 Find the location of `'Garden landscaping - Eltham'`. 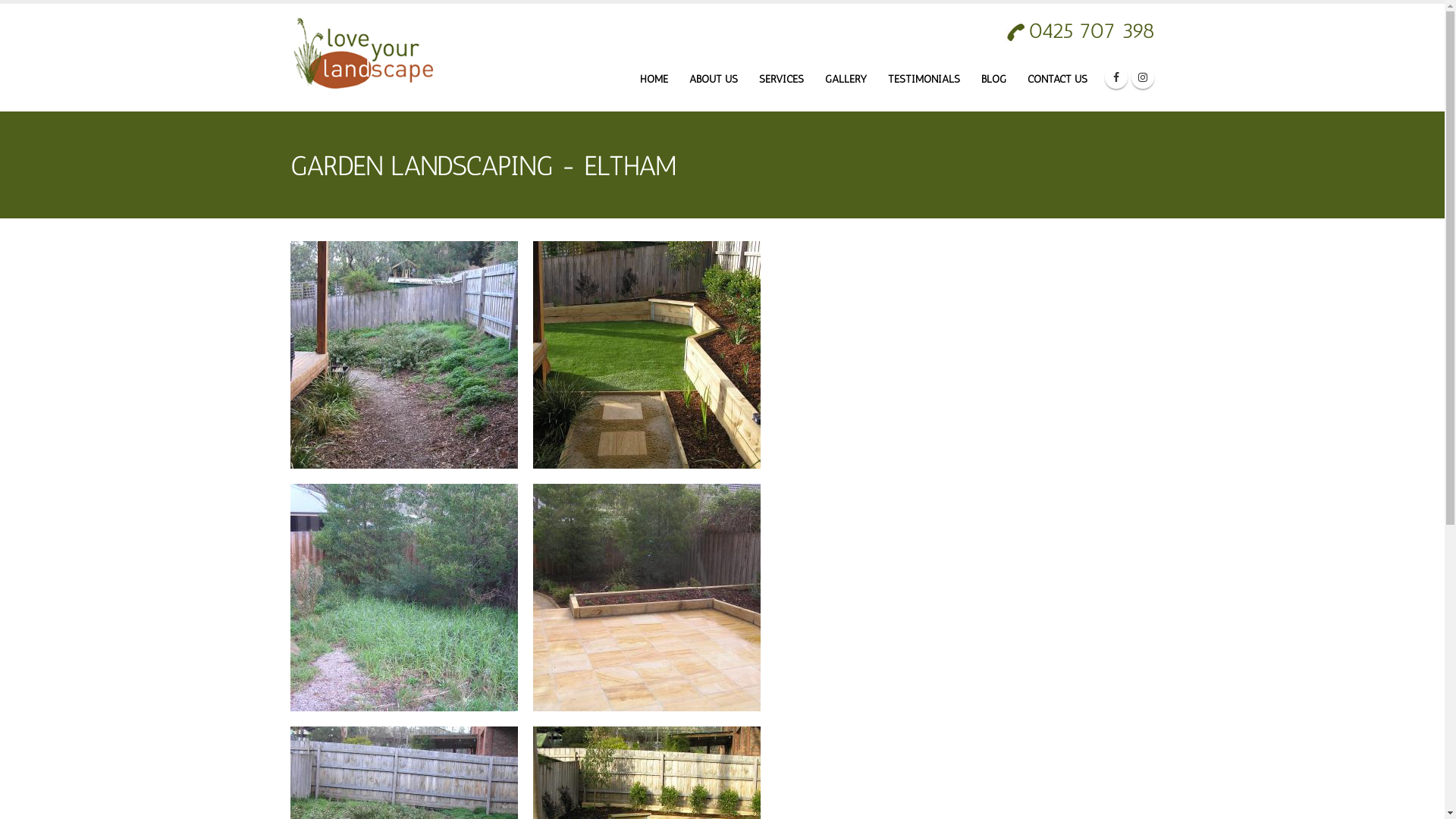

'Garden landscaping - Eltham' is located at coordinates (403, 353).